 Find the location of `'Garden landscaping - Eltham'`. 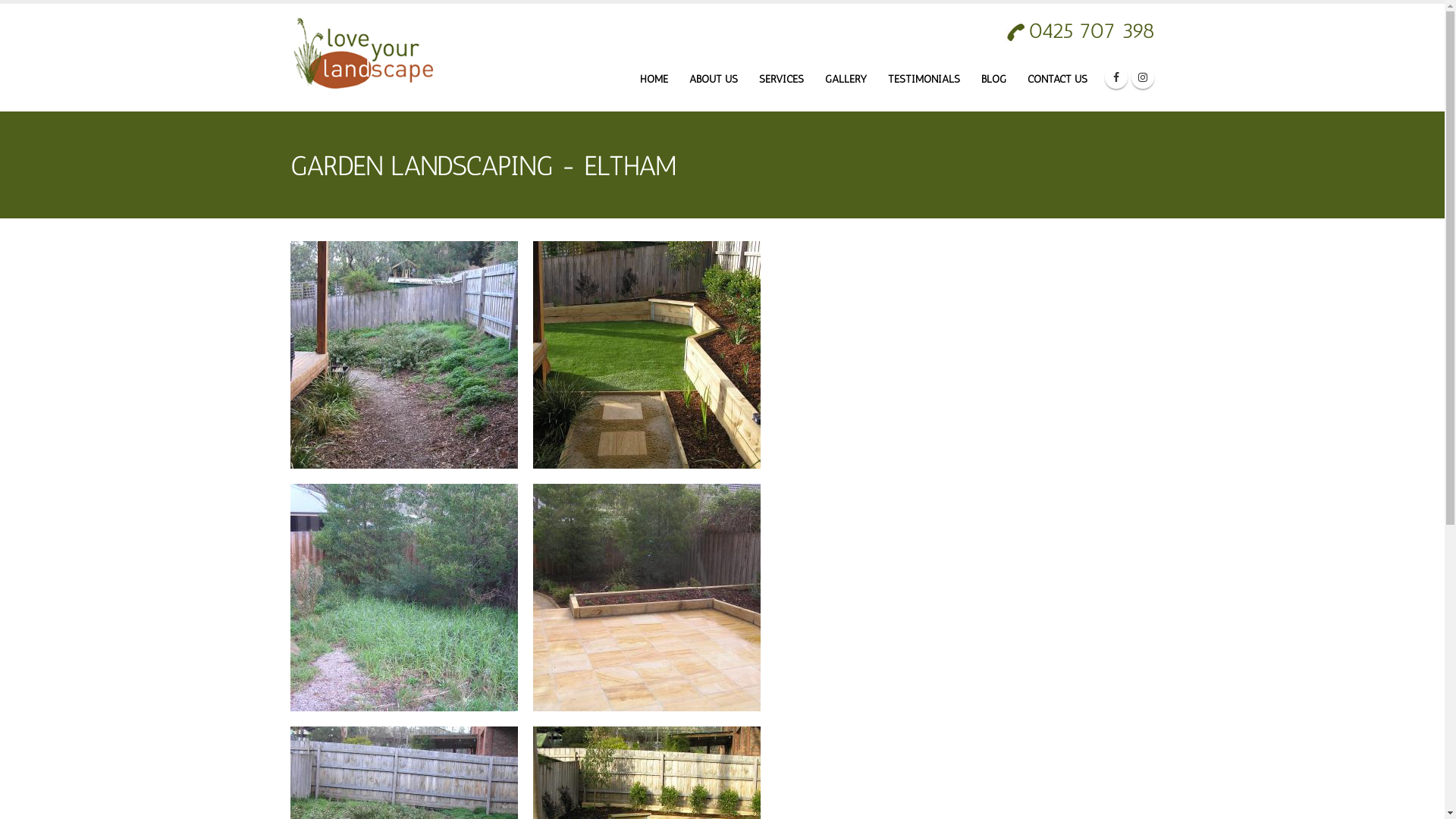

'Garden landscaping - Eltham' is located at coordinates (403, 353).